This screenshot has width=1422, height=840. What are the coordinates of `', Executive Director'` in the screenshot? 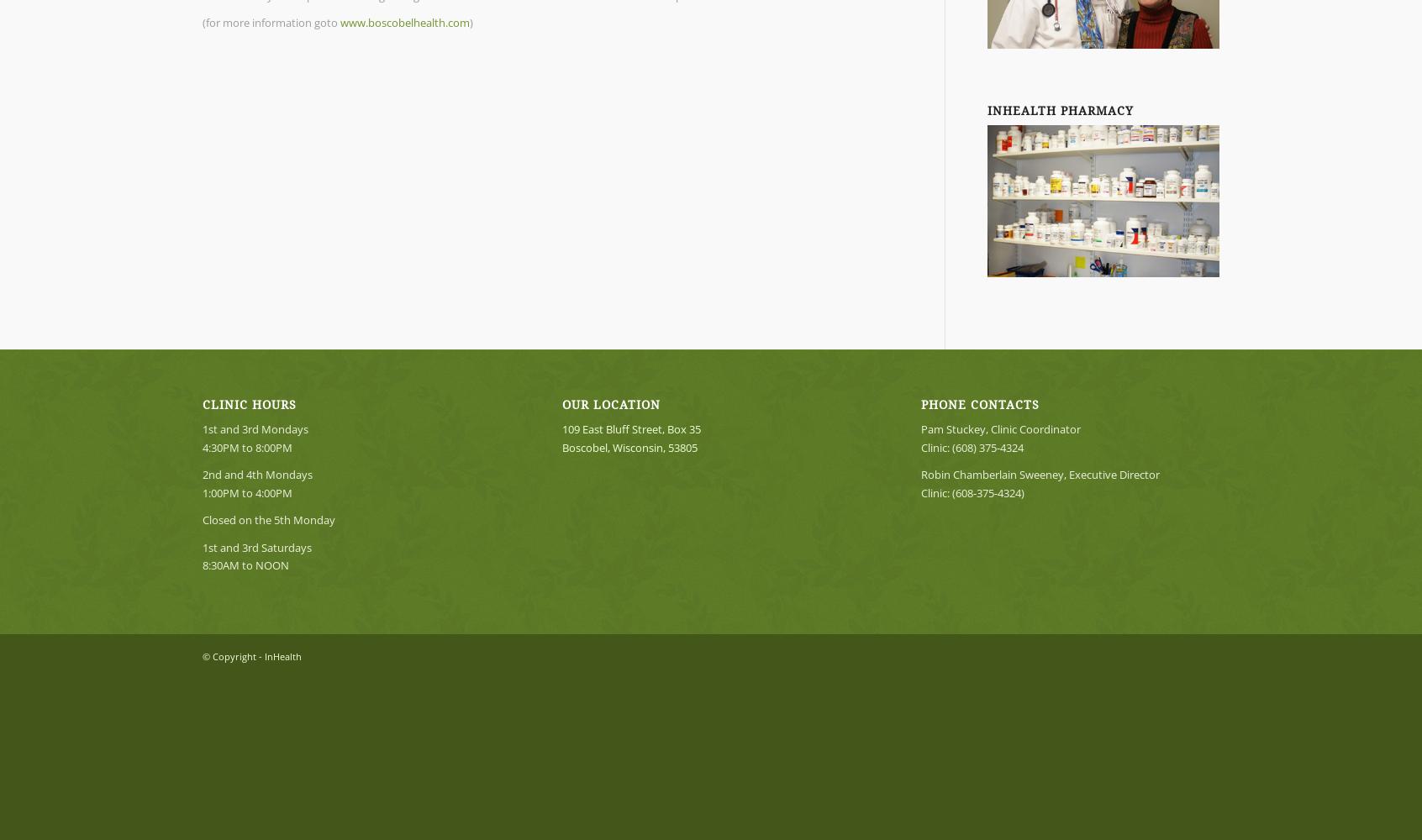 It's located at (1110, 474).